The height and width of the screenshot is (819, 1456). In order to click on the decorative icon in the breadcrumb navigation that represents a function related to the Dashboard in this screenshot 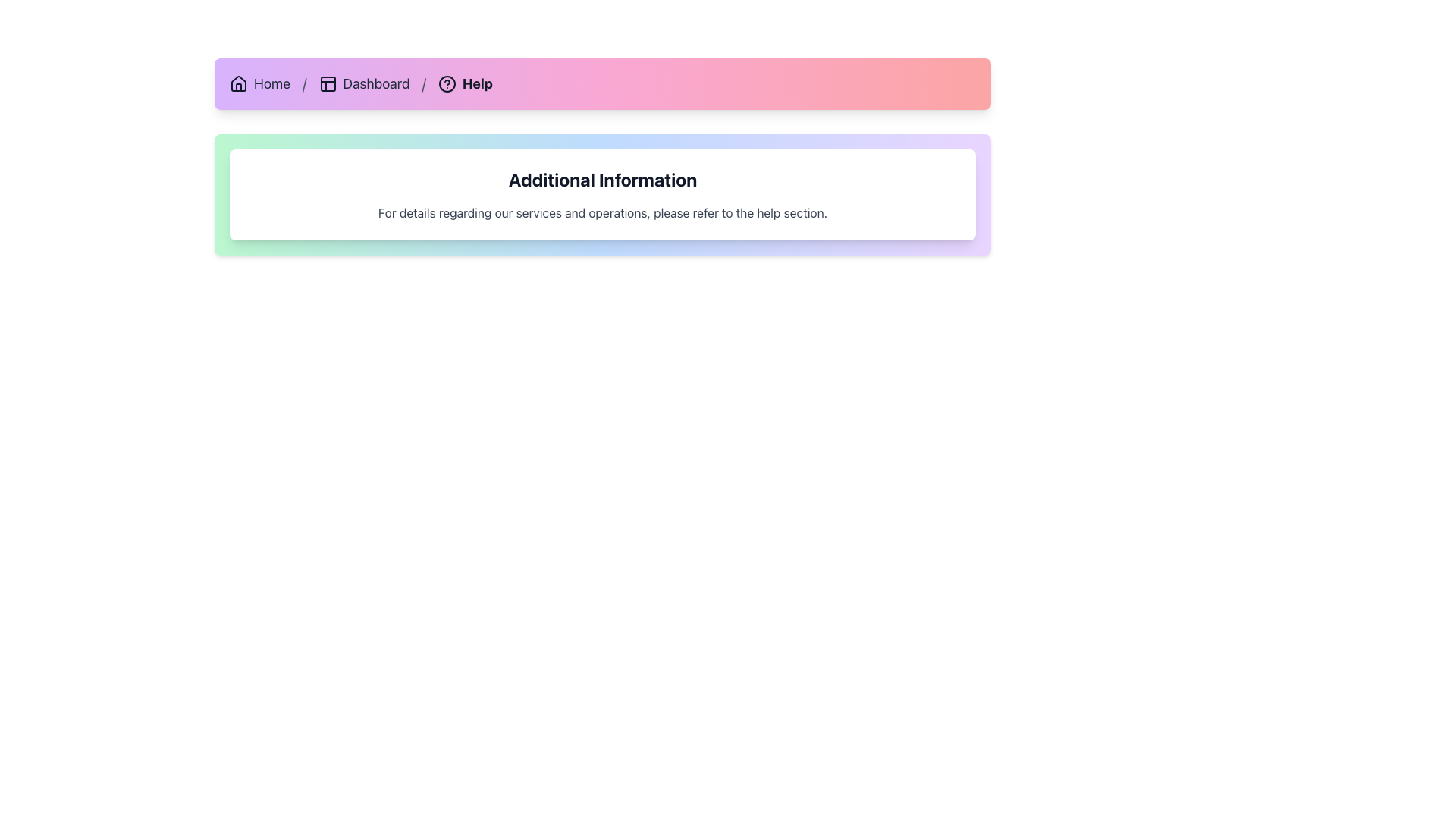, I will do `click(327, 84)`.